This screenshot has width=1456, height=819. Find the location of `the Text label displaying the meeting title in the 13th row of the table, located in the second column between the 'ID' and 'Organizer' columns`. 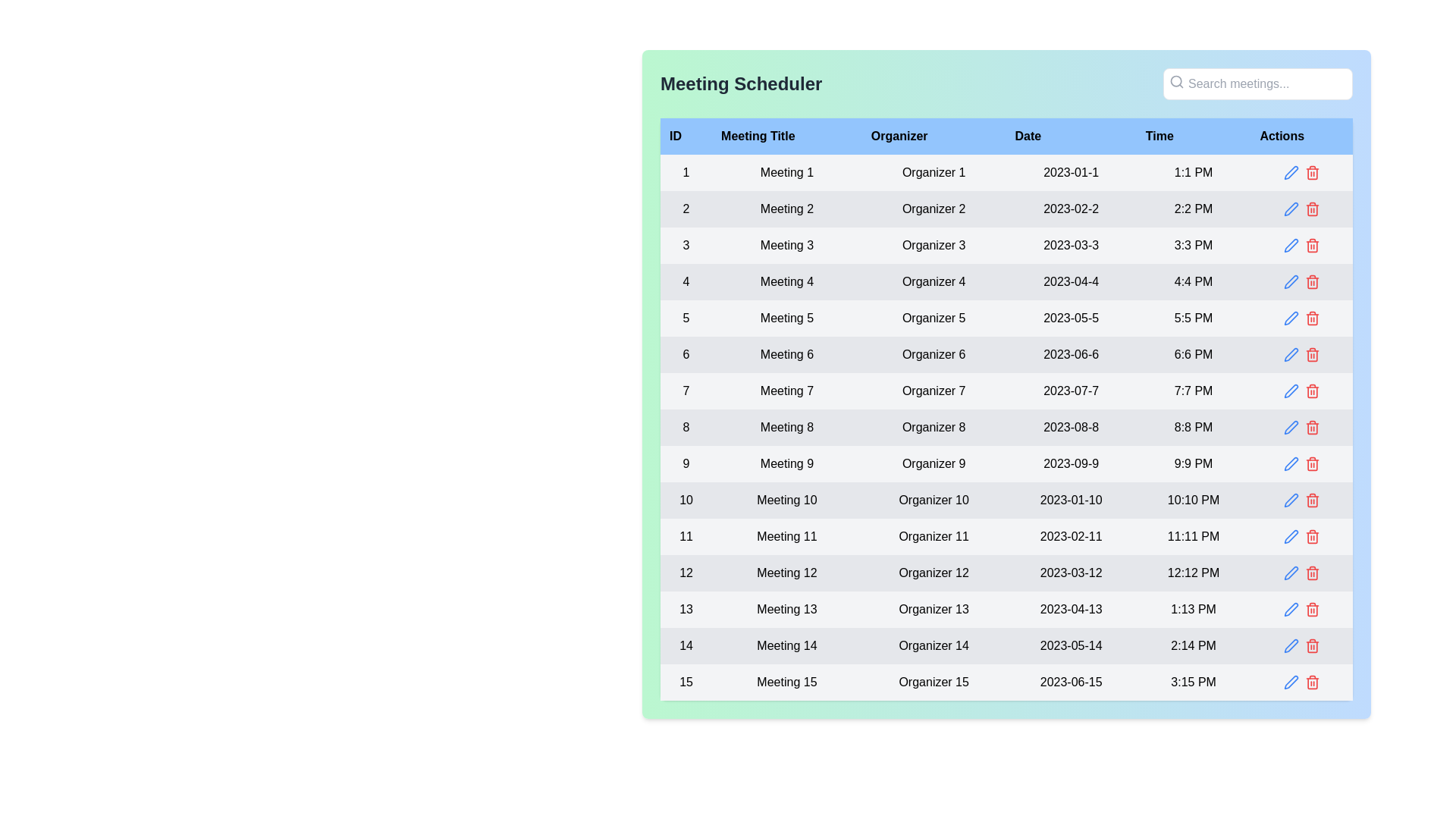

the Text label displaying the meeting title in the 13th row of the table, located in the second column between the 'ID' and 'Organizer' columns is located at coordinates (786, 608).